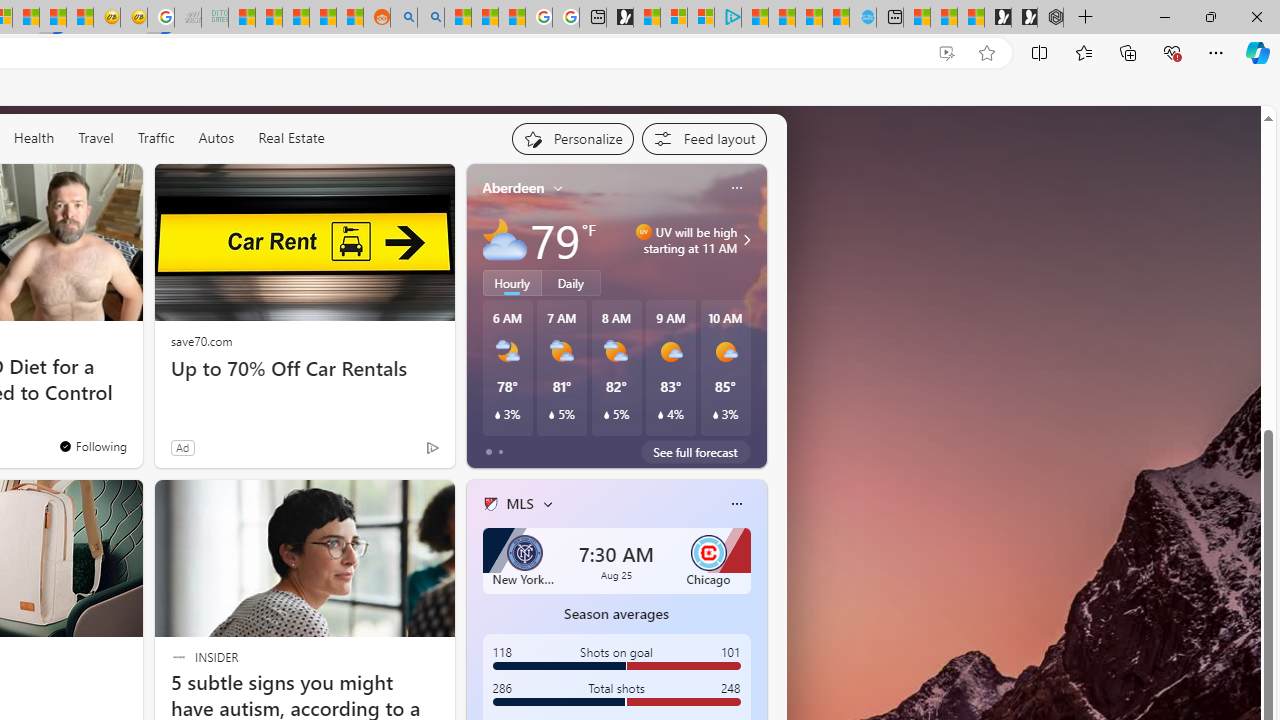 The height and width of the screenshot is (720, 1280). I want to click on 'MLS', so click(519, 502).